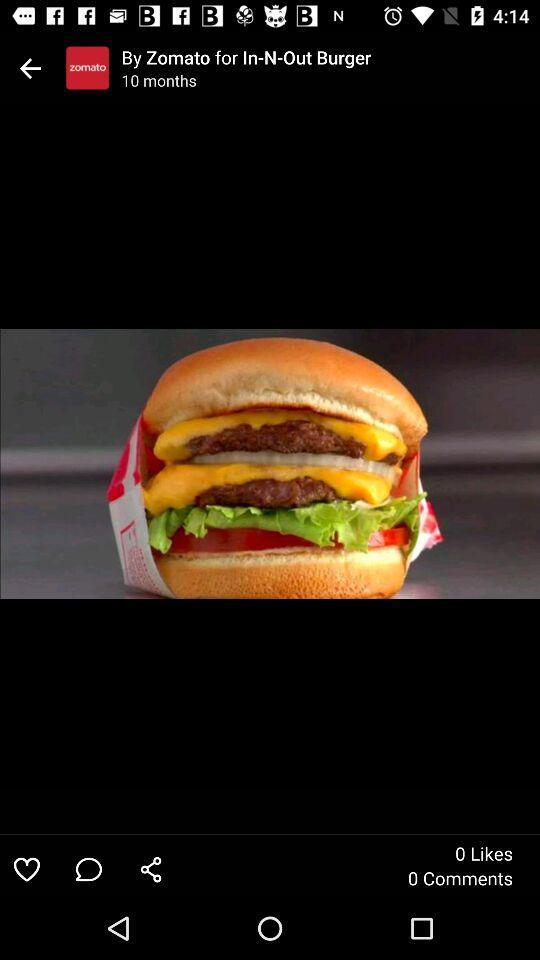 The height and width of the screenshot is (960, 540). What do you see at coordinates (29, 68) in the screenshot?
I see `the arrow_backward icon` at bounding box center [29, 68].